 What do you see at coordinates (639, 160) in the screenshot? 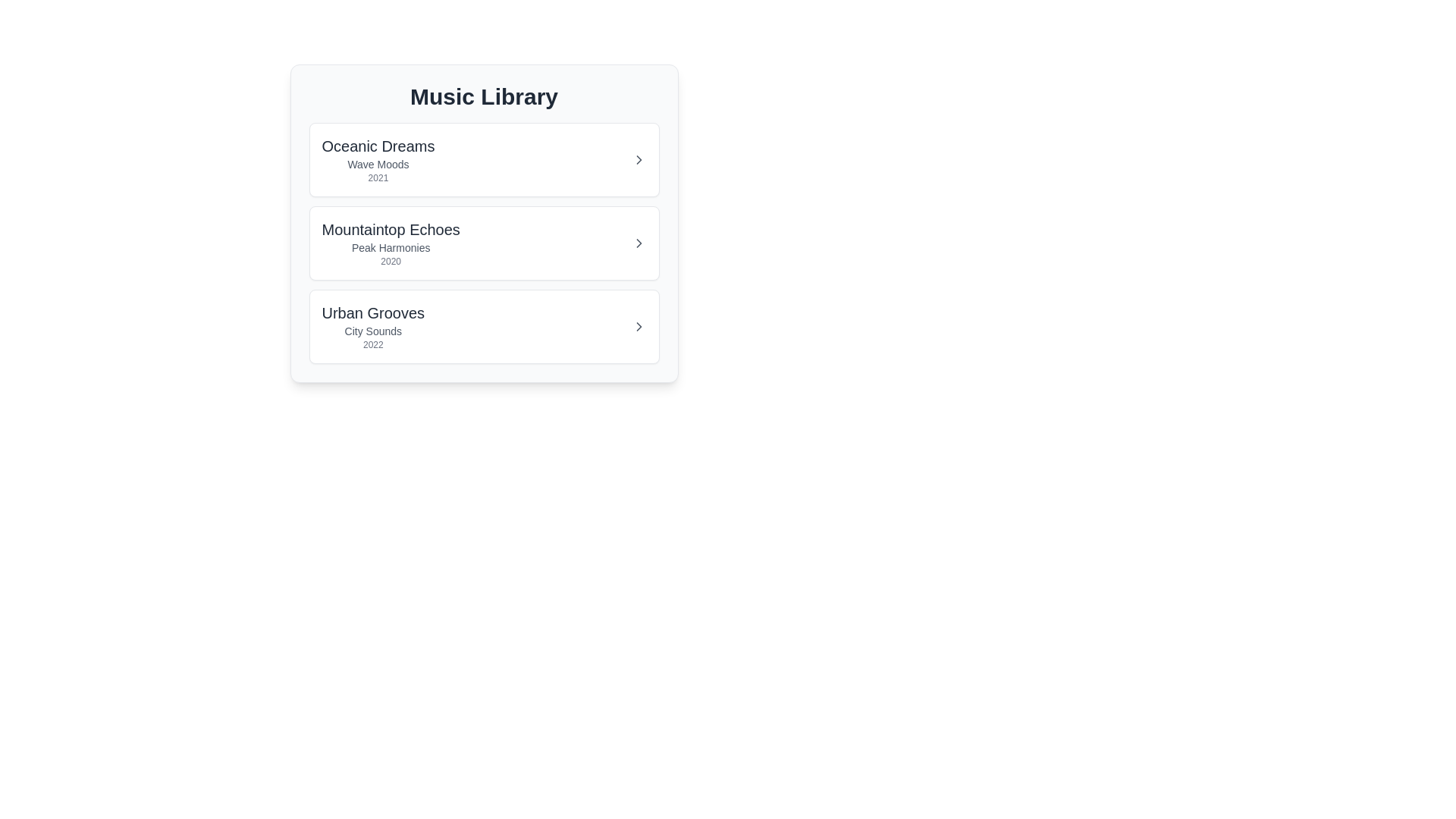
I see `expand button for the album item with the name Oceanic Dreams` at bounding box center [639, 160].